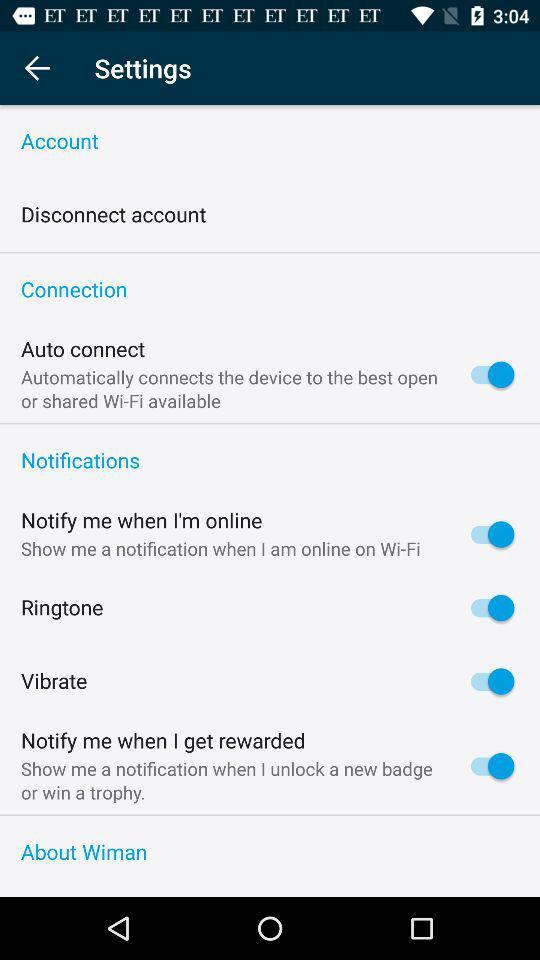  I want to click on item next to settings, so click(36, 68).